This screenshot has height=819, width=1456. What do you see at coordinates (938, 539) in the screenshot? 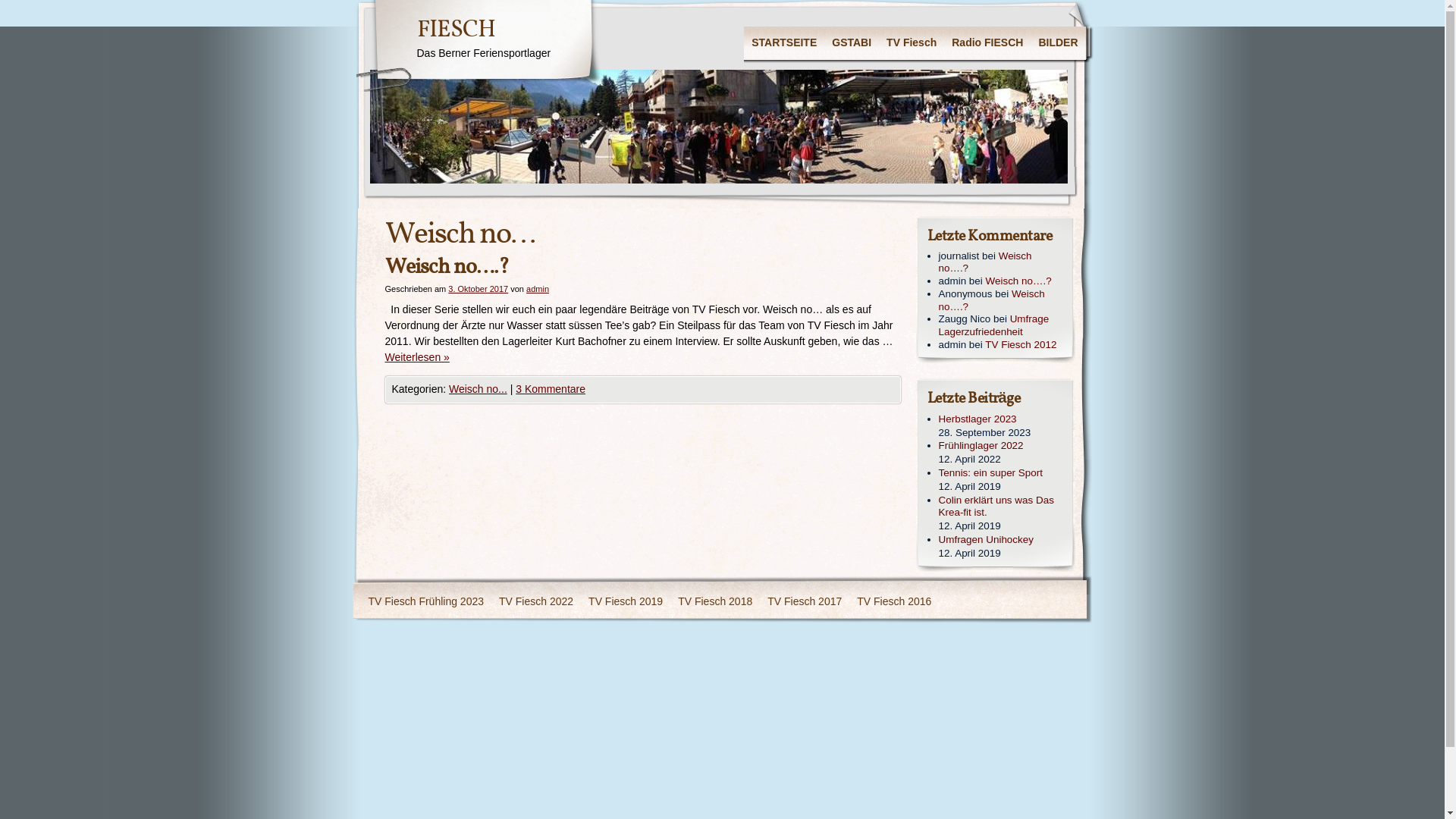
I see `'Umfragen Unihockey'` at bounding box center [938, 539].